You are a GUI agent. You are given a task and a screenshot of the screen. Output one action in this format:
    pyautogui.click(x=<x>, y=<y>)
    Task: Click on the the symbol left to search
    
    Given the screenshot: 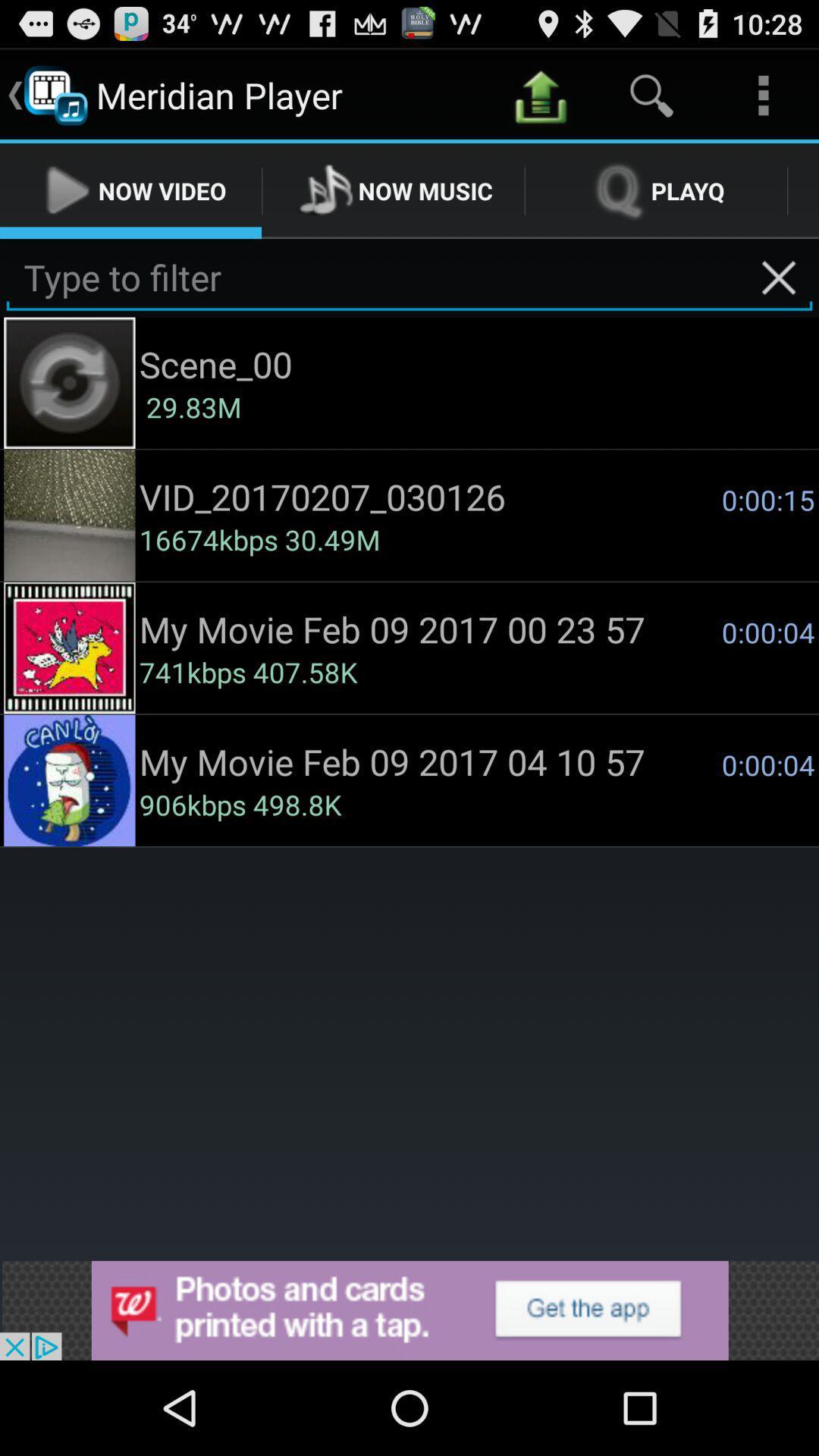 What is the action you would take?
    pyautogui.click(x=539, y=94)
    